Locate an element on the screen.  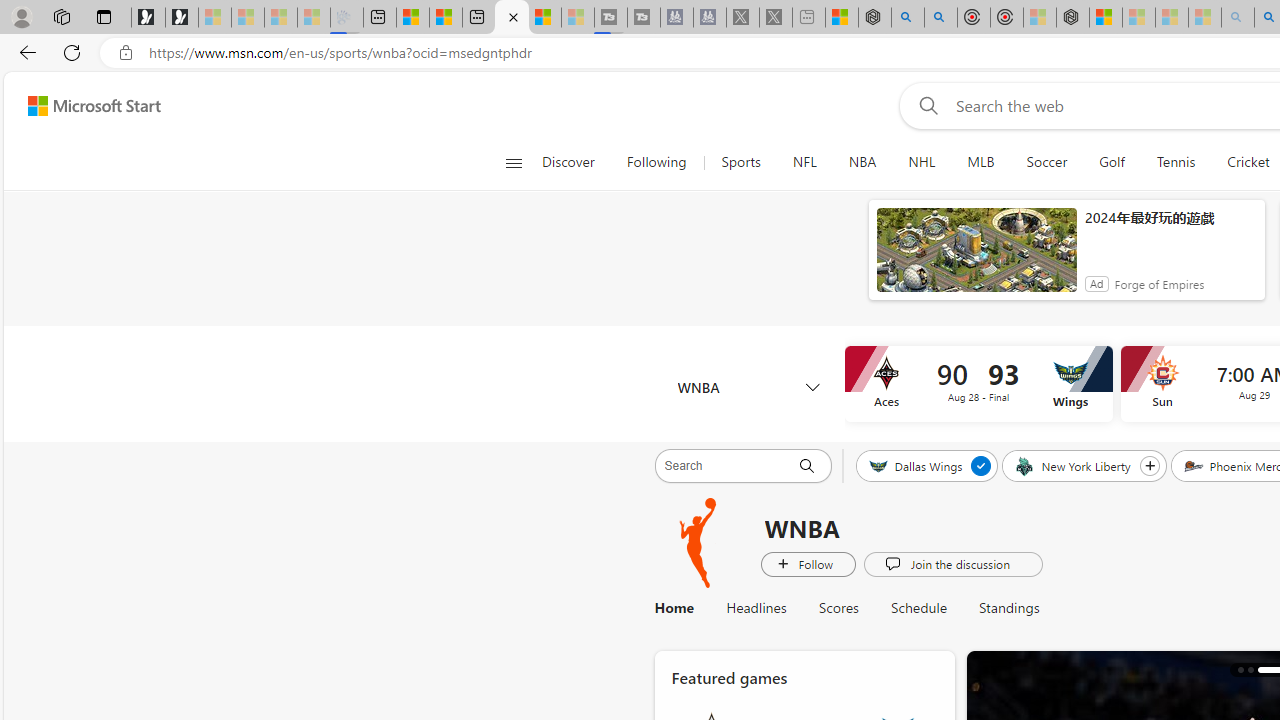
'Class: button-glyph' is located at coordinates (513, 162).